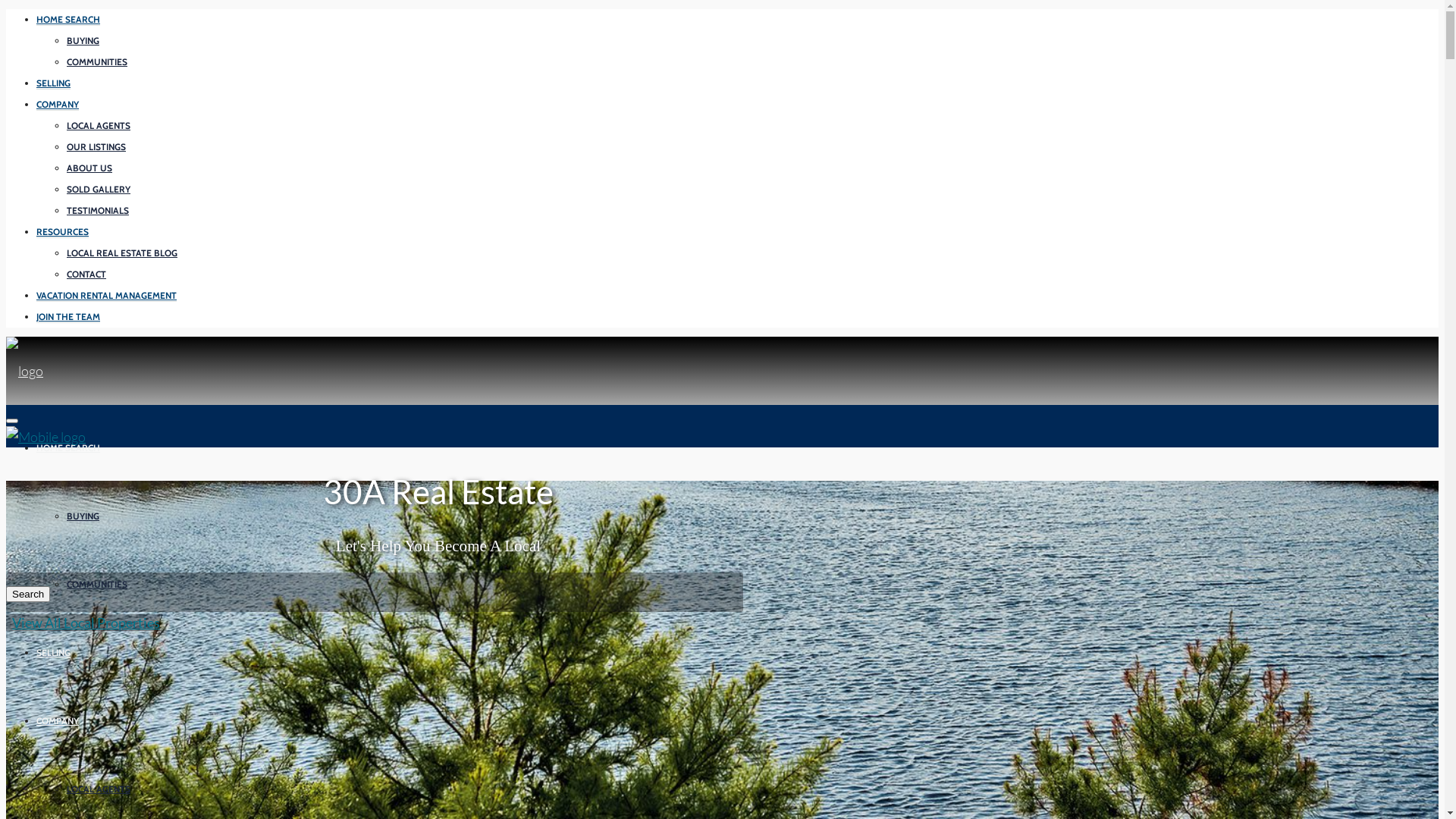  I want to click on 'RESOURCES', so click(61, 231).